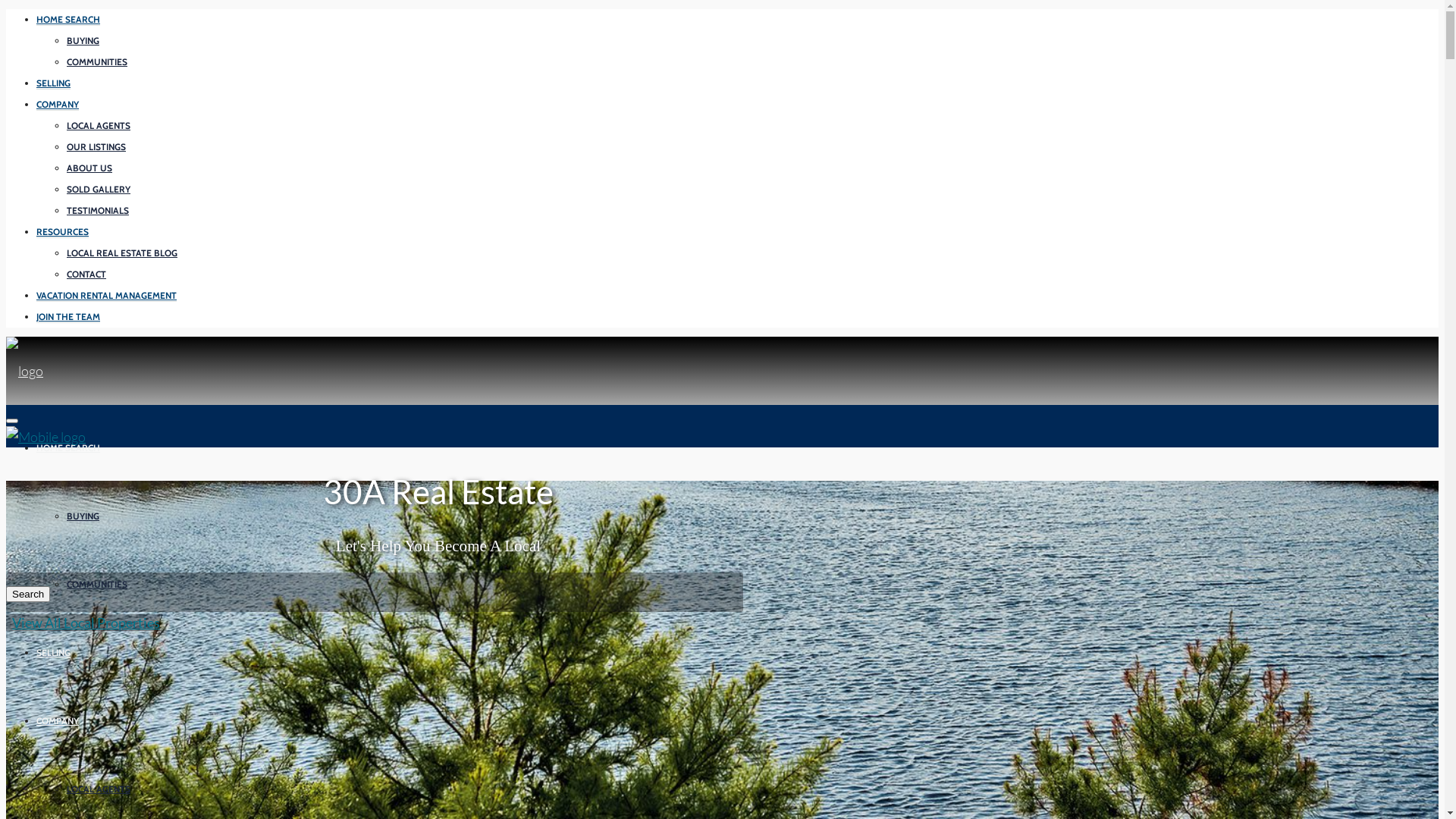  I want to click on 'RESOURCES', so click(61, 231).